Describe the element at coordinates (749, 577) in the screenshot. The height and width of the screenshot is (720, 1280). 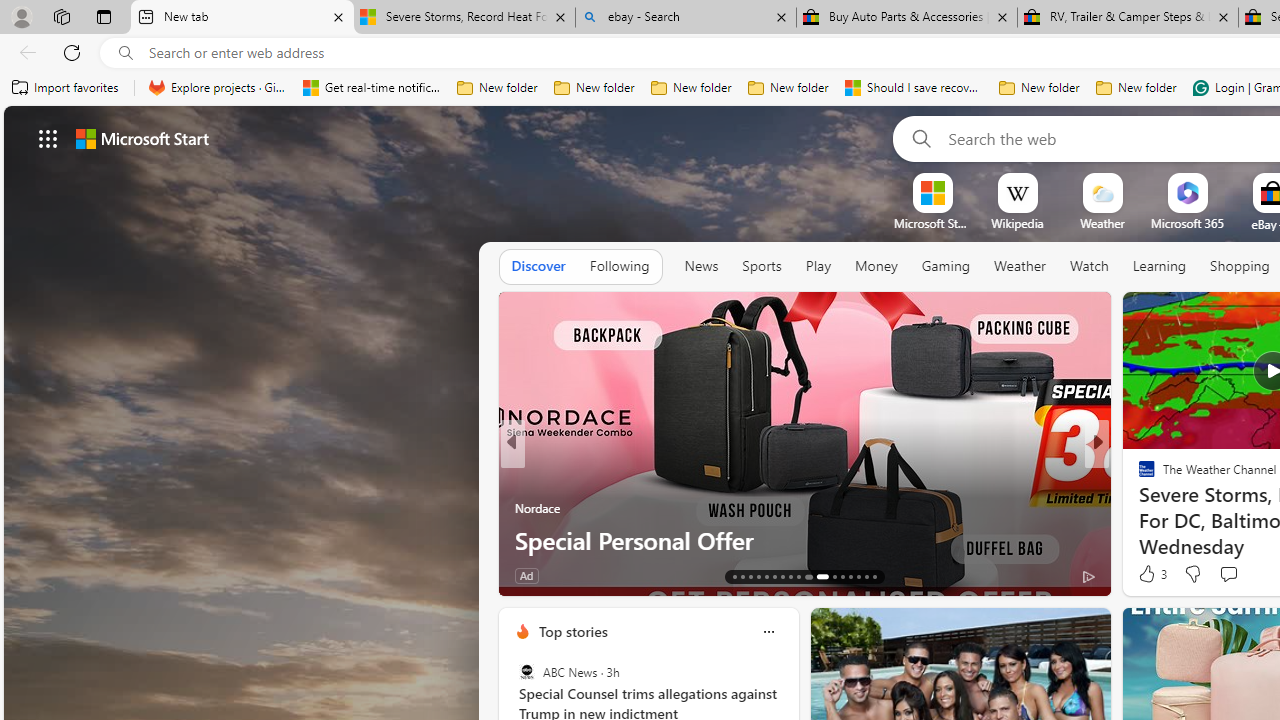
I see `'AutomationID: tab-15'` at that location.